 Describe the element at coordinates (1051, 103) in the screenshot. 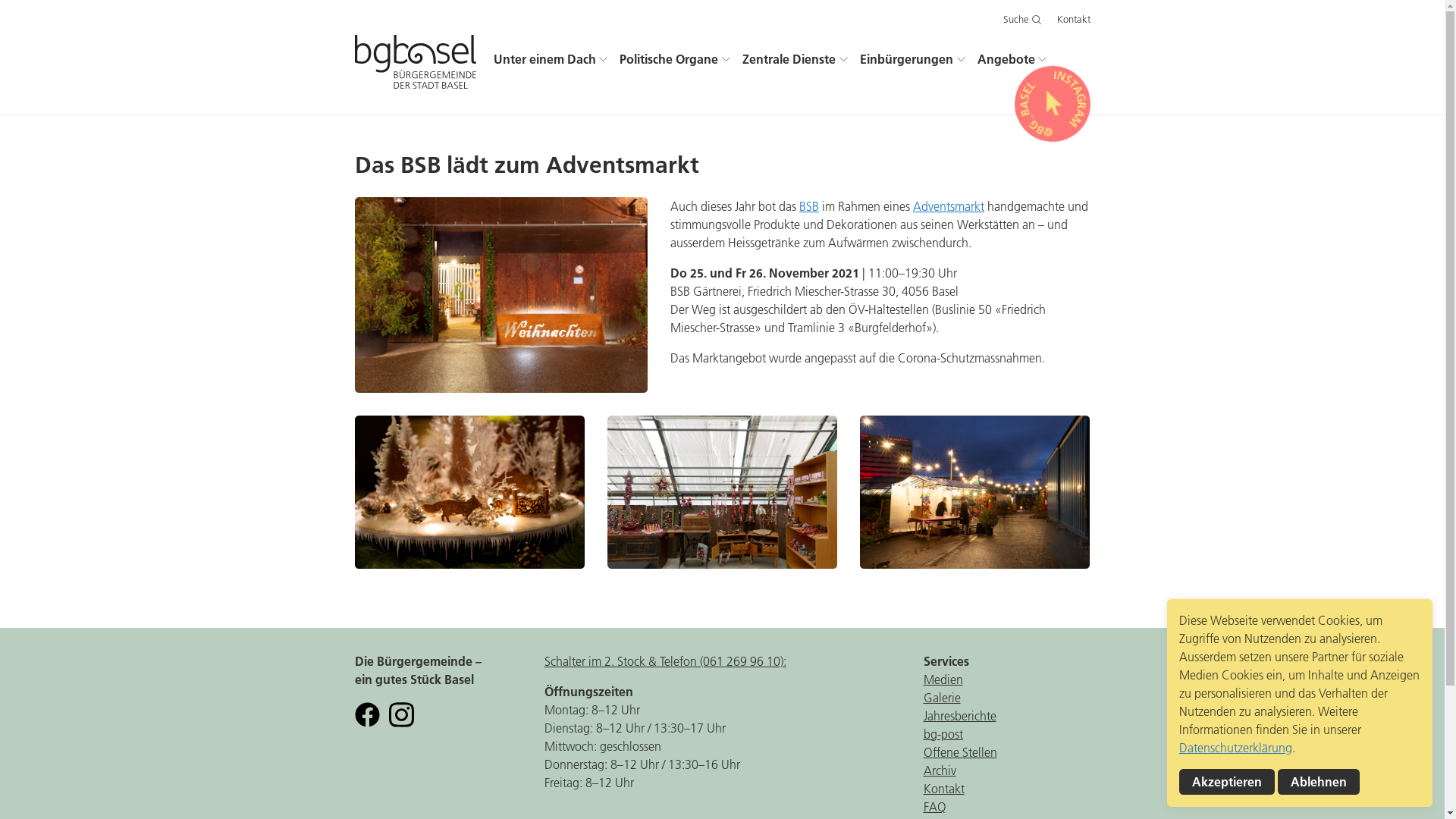

I see `' INSTAGRAM     @BG_BASEL '` at that location.